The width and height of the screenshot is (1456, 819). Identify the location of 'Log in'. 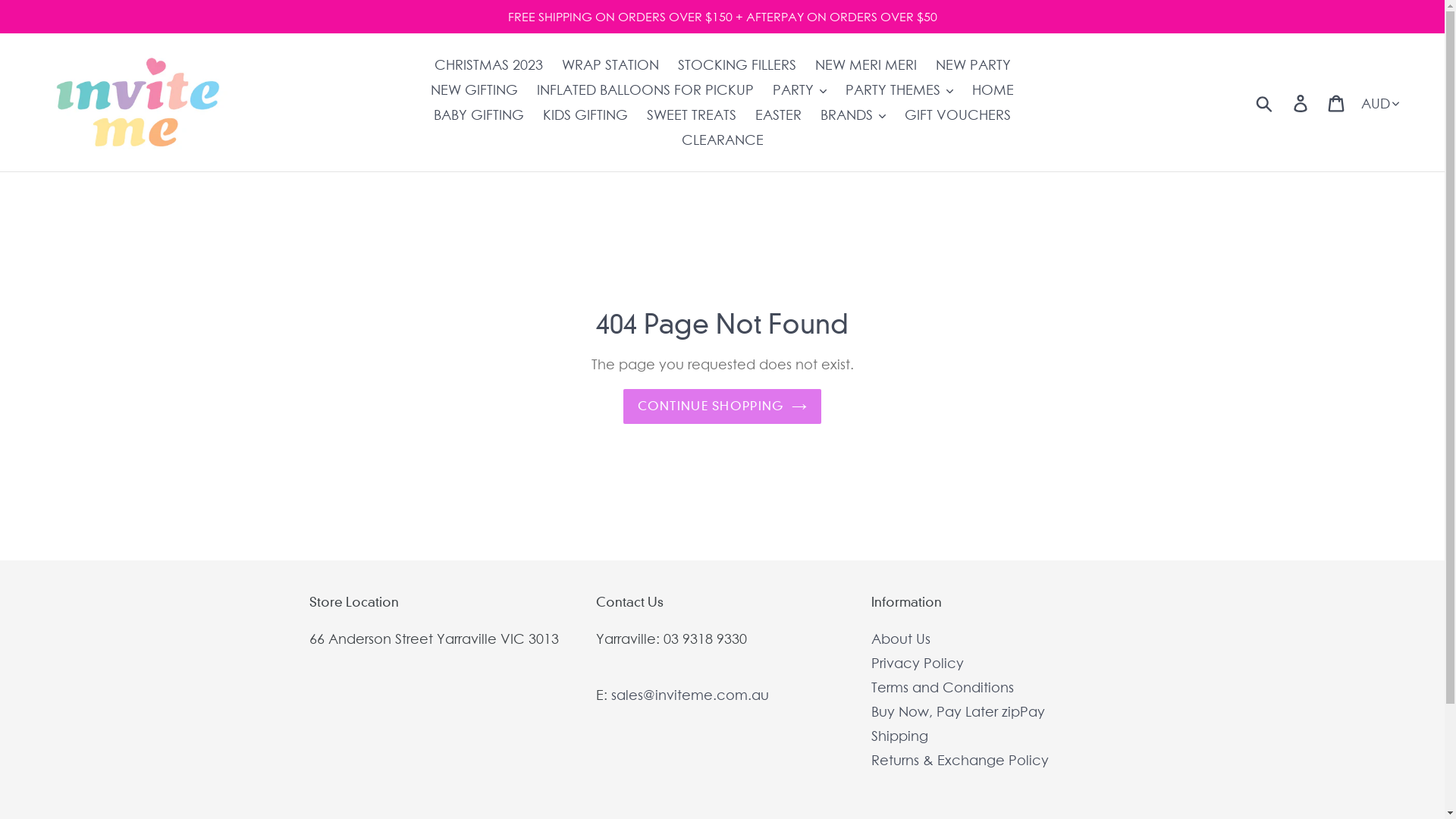
(1283, 102).